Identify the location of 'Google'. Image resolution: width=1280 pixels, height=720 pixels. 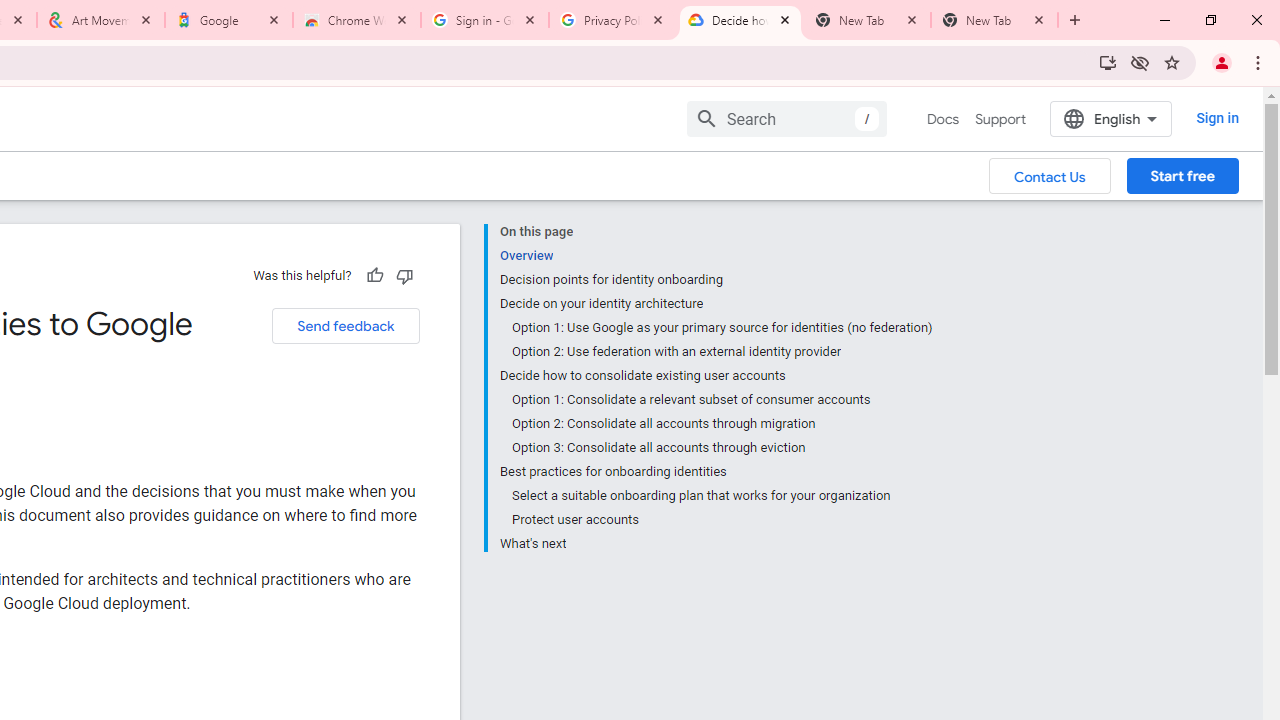
(229, 20).